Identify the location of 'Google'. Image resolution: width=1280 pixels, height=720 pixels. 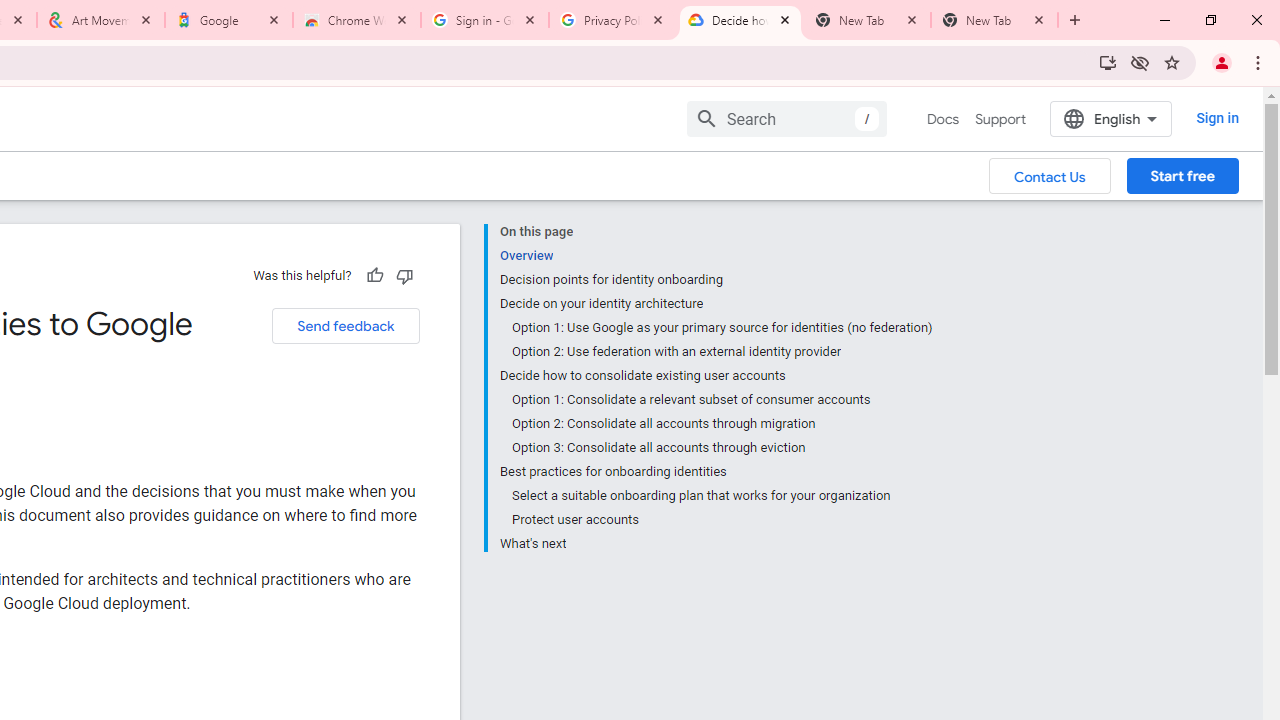
(229, 20).